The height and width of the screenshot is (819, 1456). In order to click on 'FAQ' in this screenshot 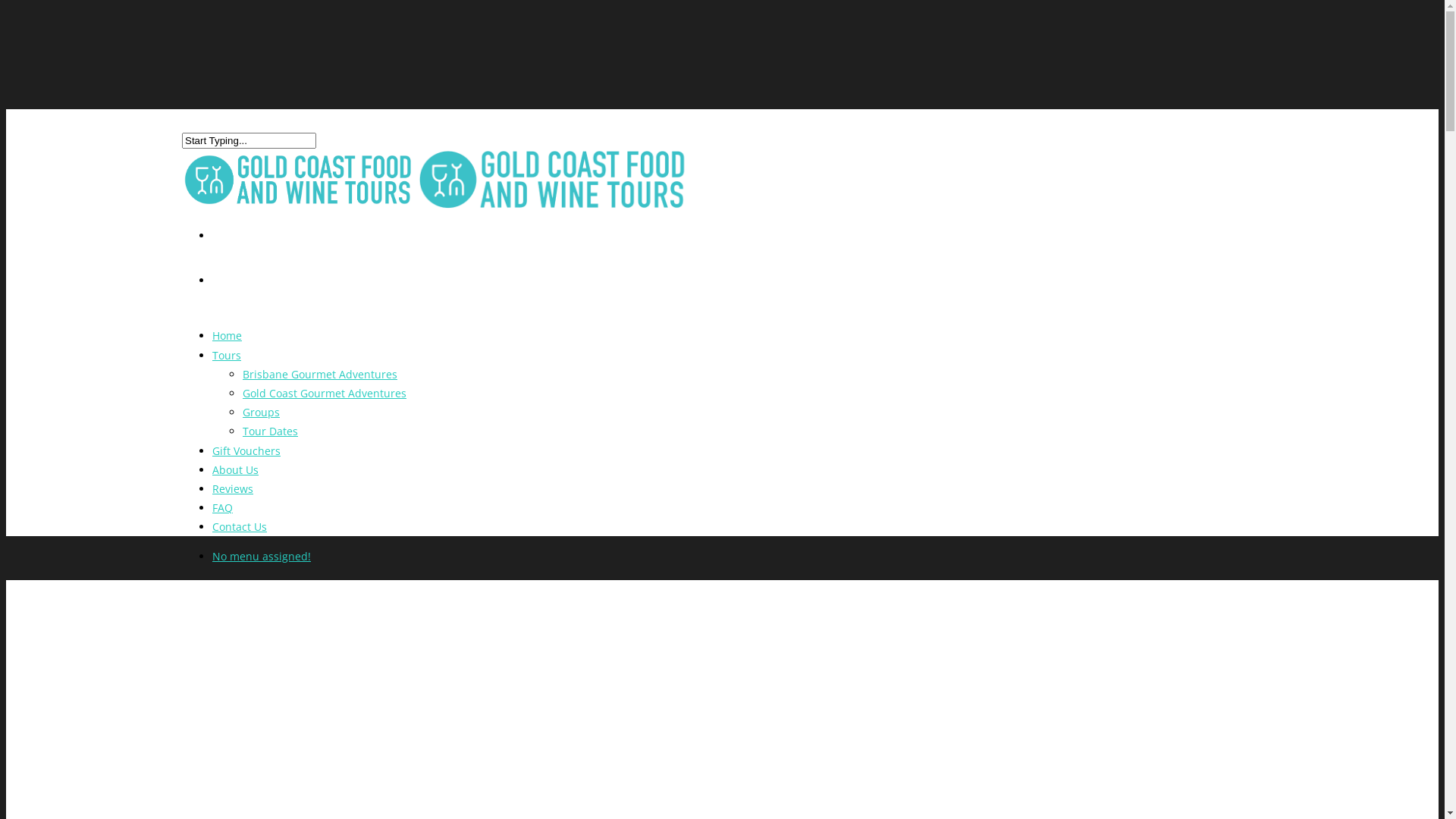, I will do `click(211, 517)`.